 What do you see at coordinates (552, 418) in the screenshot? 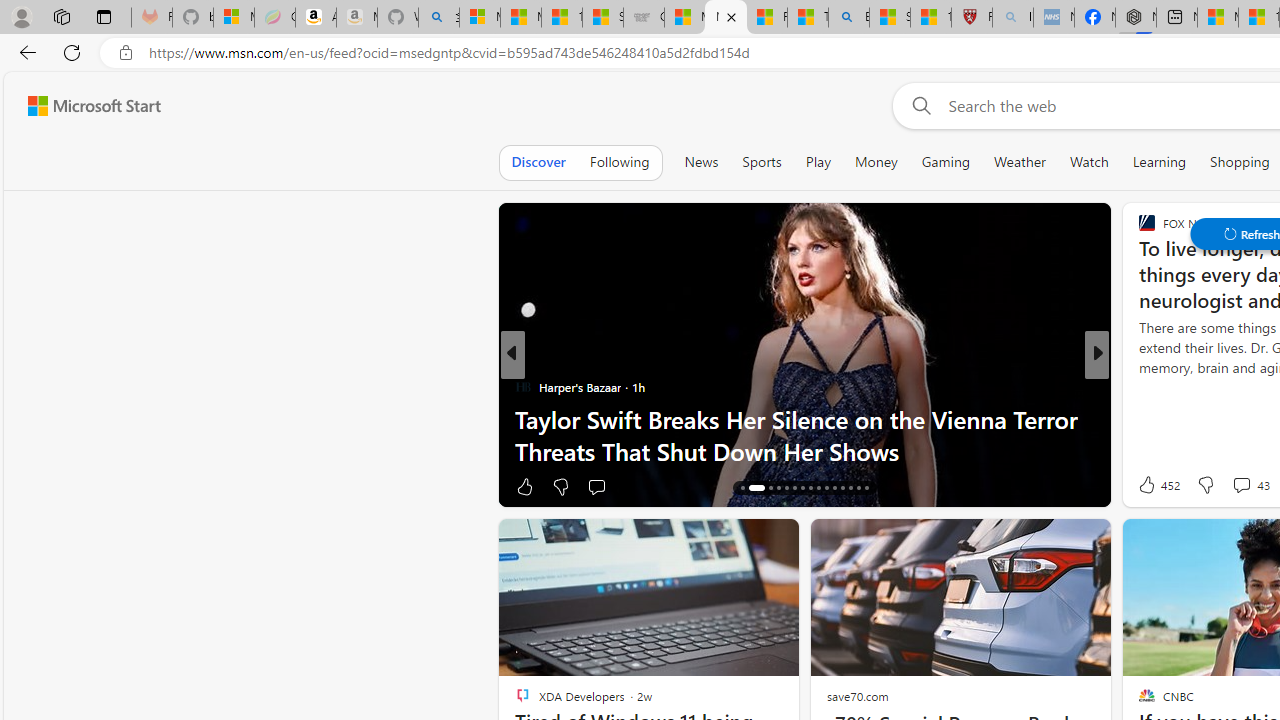
I see `'MetroOpinion'` at bounding box center [552, 418].